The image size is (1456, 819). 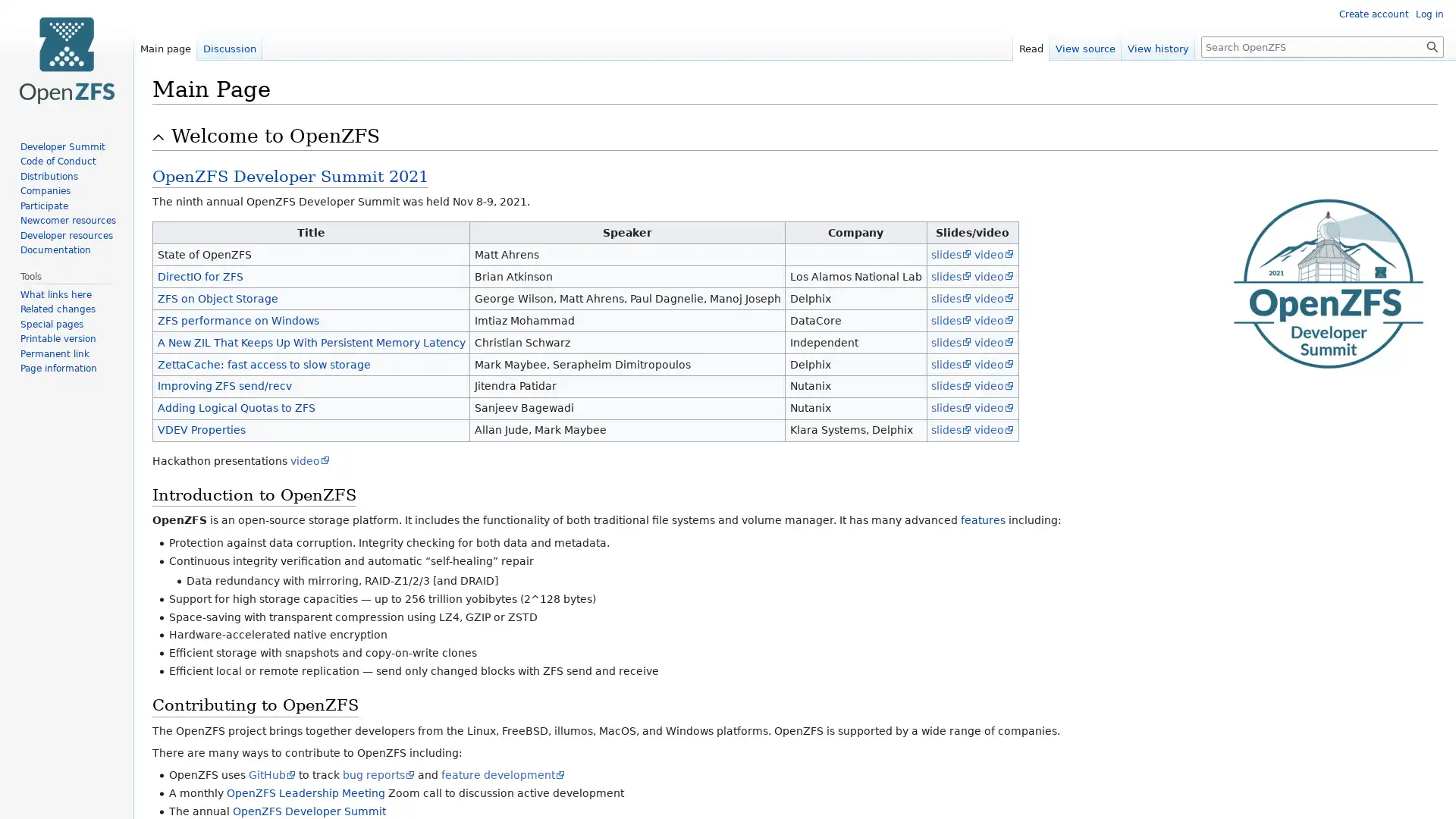 I want to click on Search, so click(x=1432, y=45).